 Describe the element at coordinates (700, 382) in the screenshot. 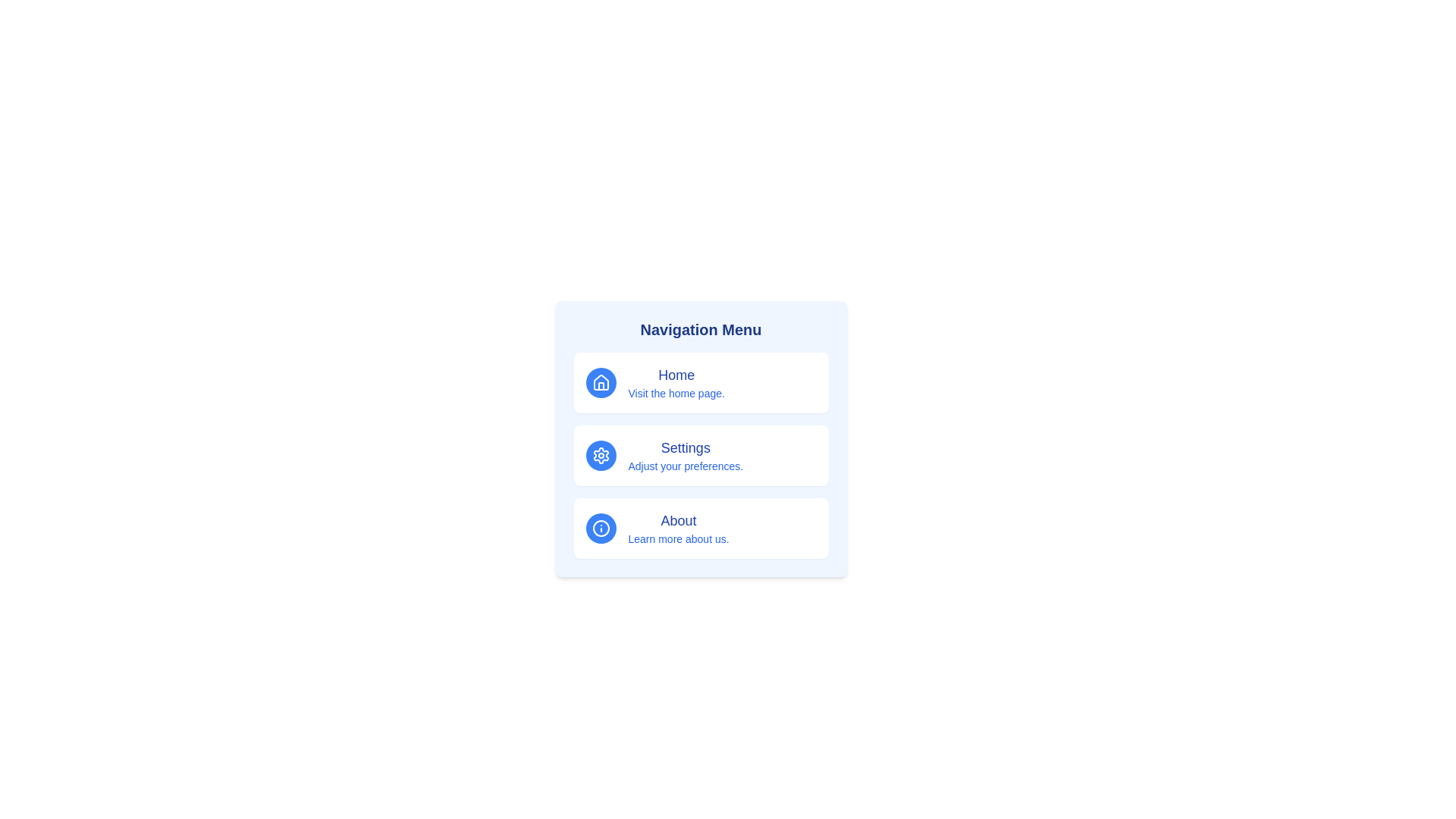

I see `the 'Home' button in the navigation menu, which is a rectangular card featuring a house icon and the text 'Home'` at that location.